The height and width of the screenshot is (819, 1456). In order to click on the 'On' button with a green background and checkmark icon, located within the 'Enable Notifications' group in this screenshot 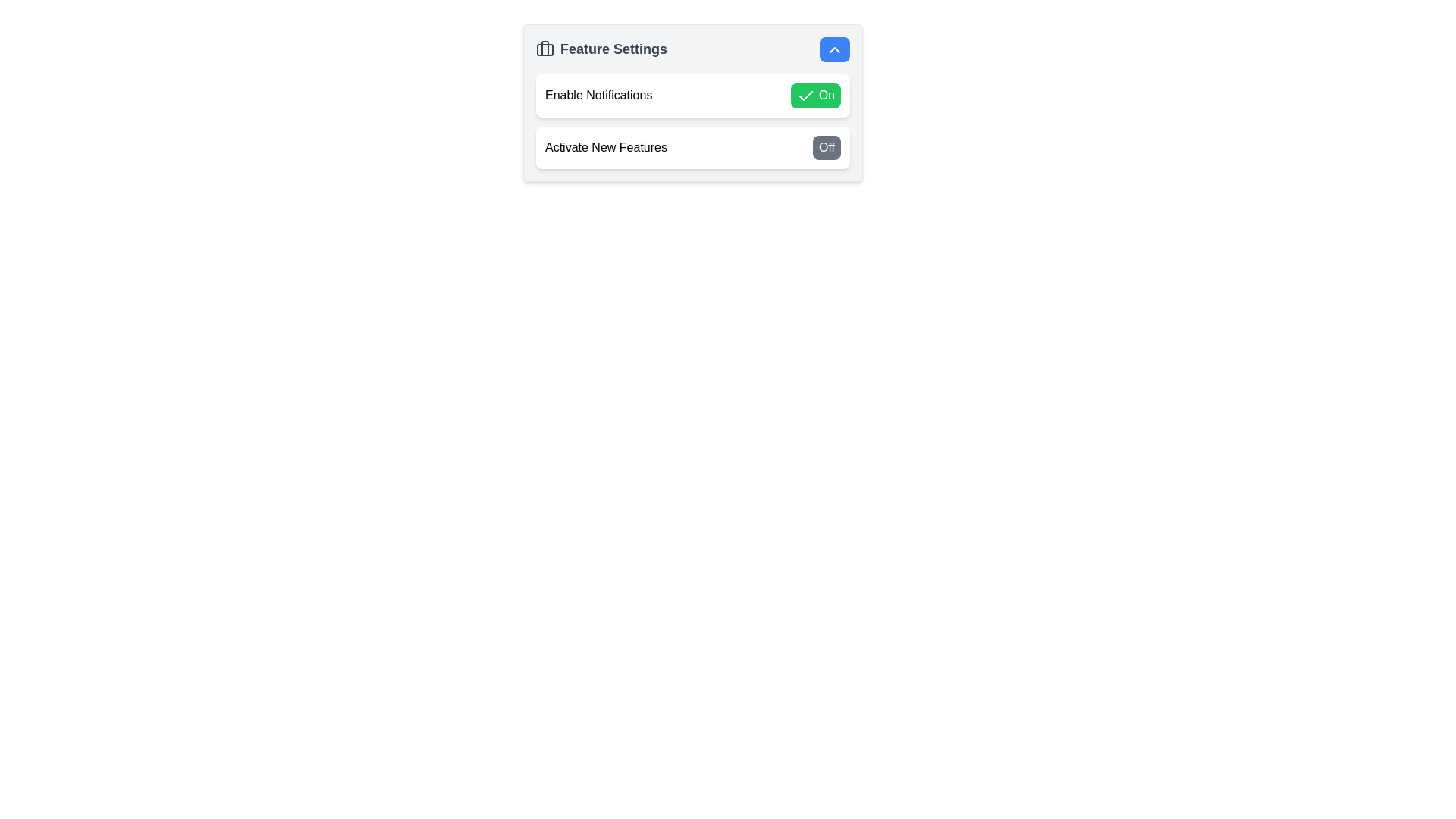, I will do `click(815, 96)`.